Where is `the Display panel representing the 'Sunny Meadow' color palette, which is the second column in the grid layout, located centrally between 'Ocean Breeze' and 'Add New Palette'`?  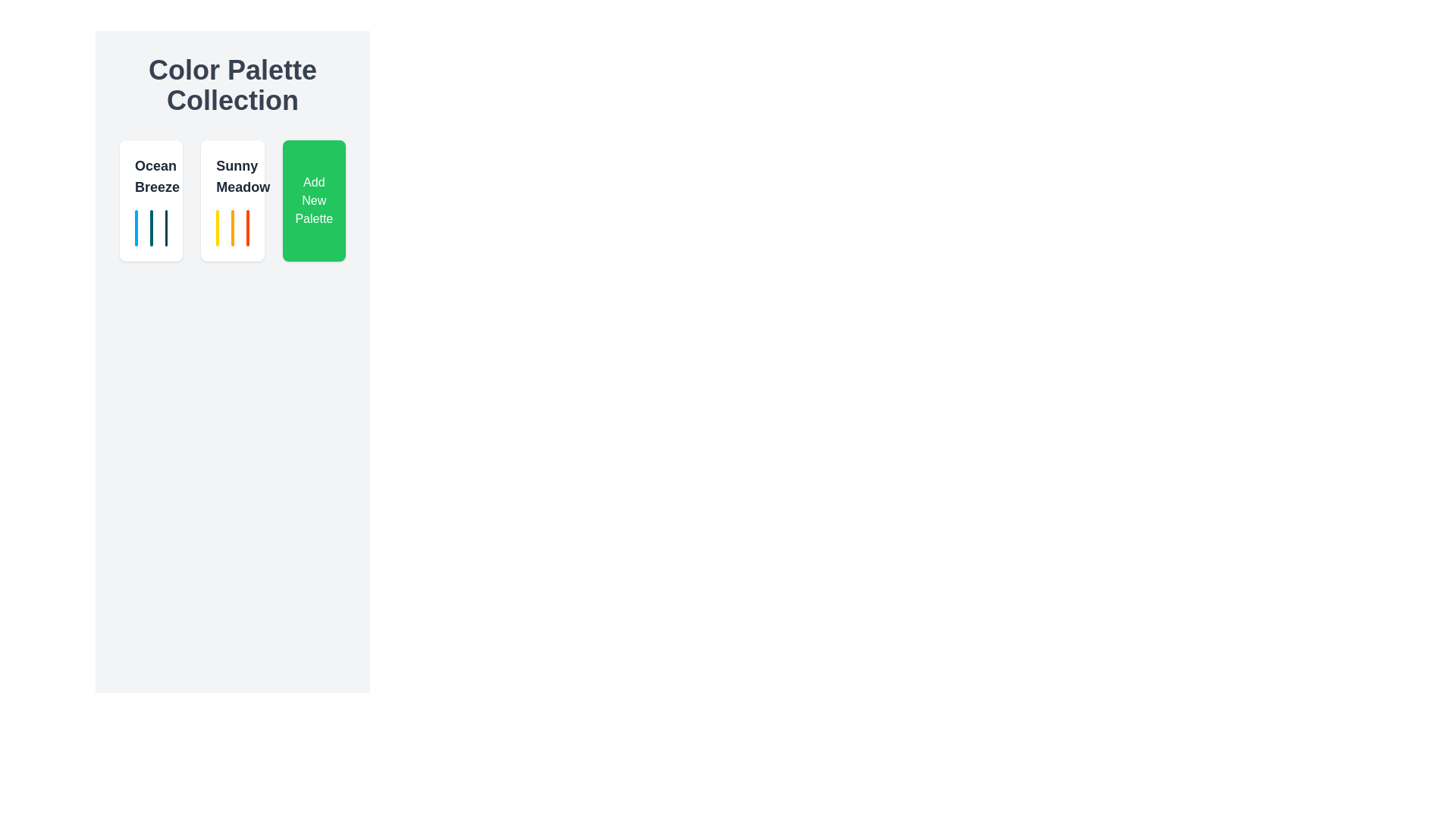
the Display panel representing the 'Sunny Meadow' color palette, which is the second column in the grid layout, located centrally between 'Ocean Breeze' and 'Add New Palette' is located at coordinates (232, 200).